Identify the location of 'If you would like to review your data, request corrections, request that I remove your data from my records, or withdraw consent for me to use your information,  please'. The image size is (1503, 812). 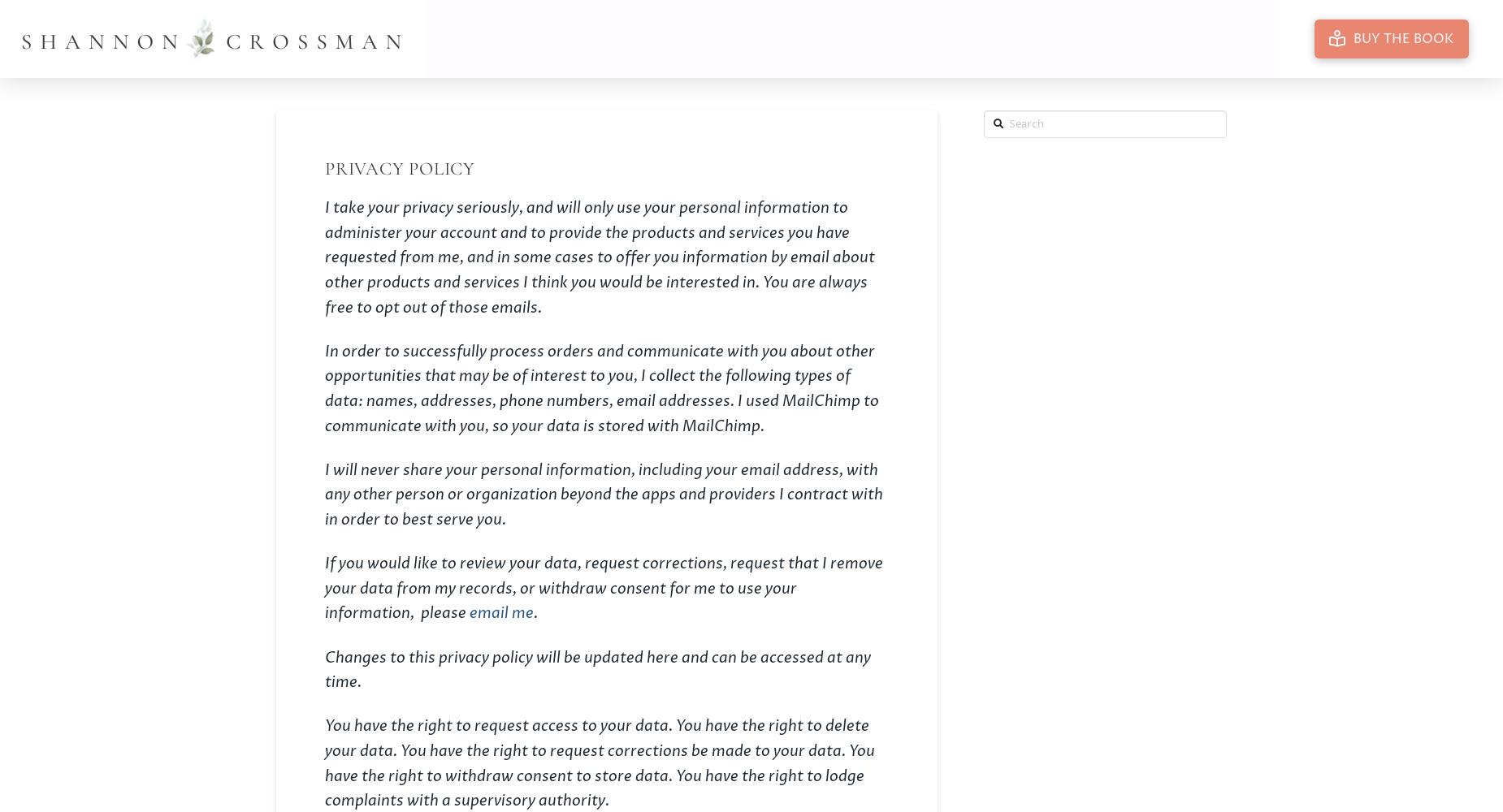
(604, 588).